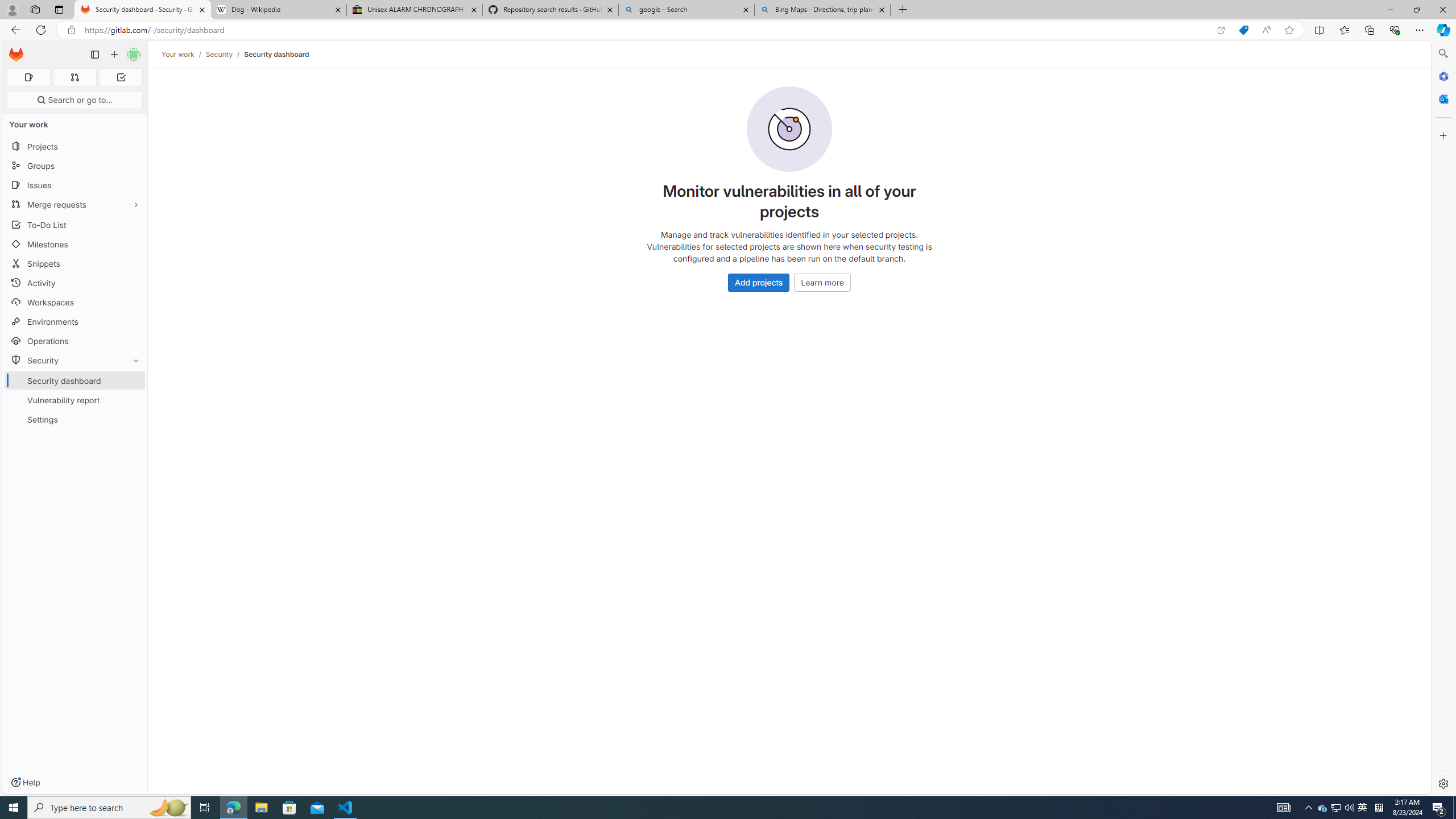  What do you see at coordinates (28, 77) in the screenshot?
I see `'Assigned issues 0'` at bounding box center [28, 77].